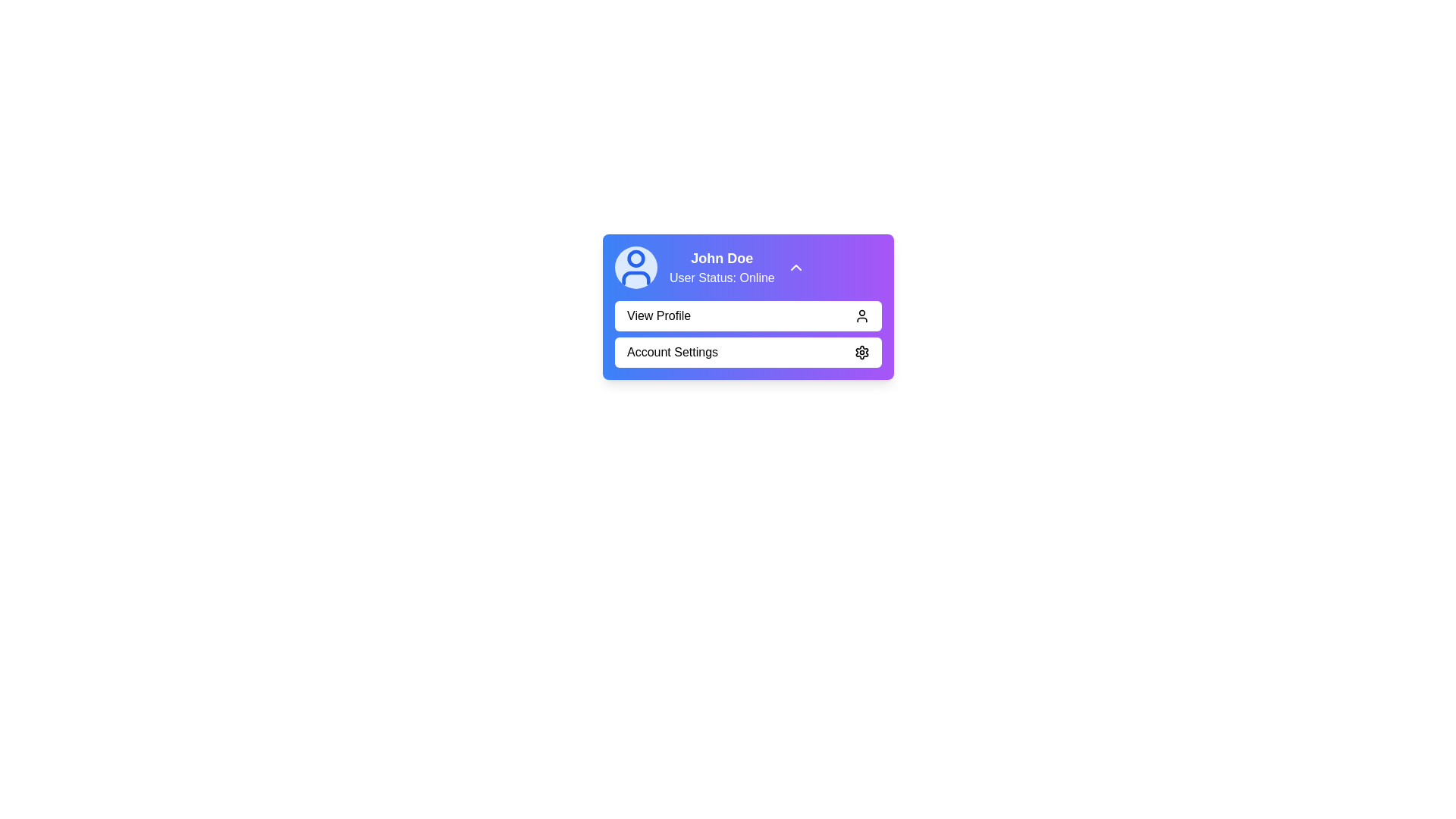 The width and height of the screenshot is (1456, 819). What do you see at coordinates (862, 353) in the screenshot?
I see `the settings icon, which is an SVG-based button located to the right of the 'Account Settings' text` at bounding box center [862, 353].